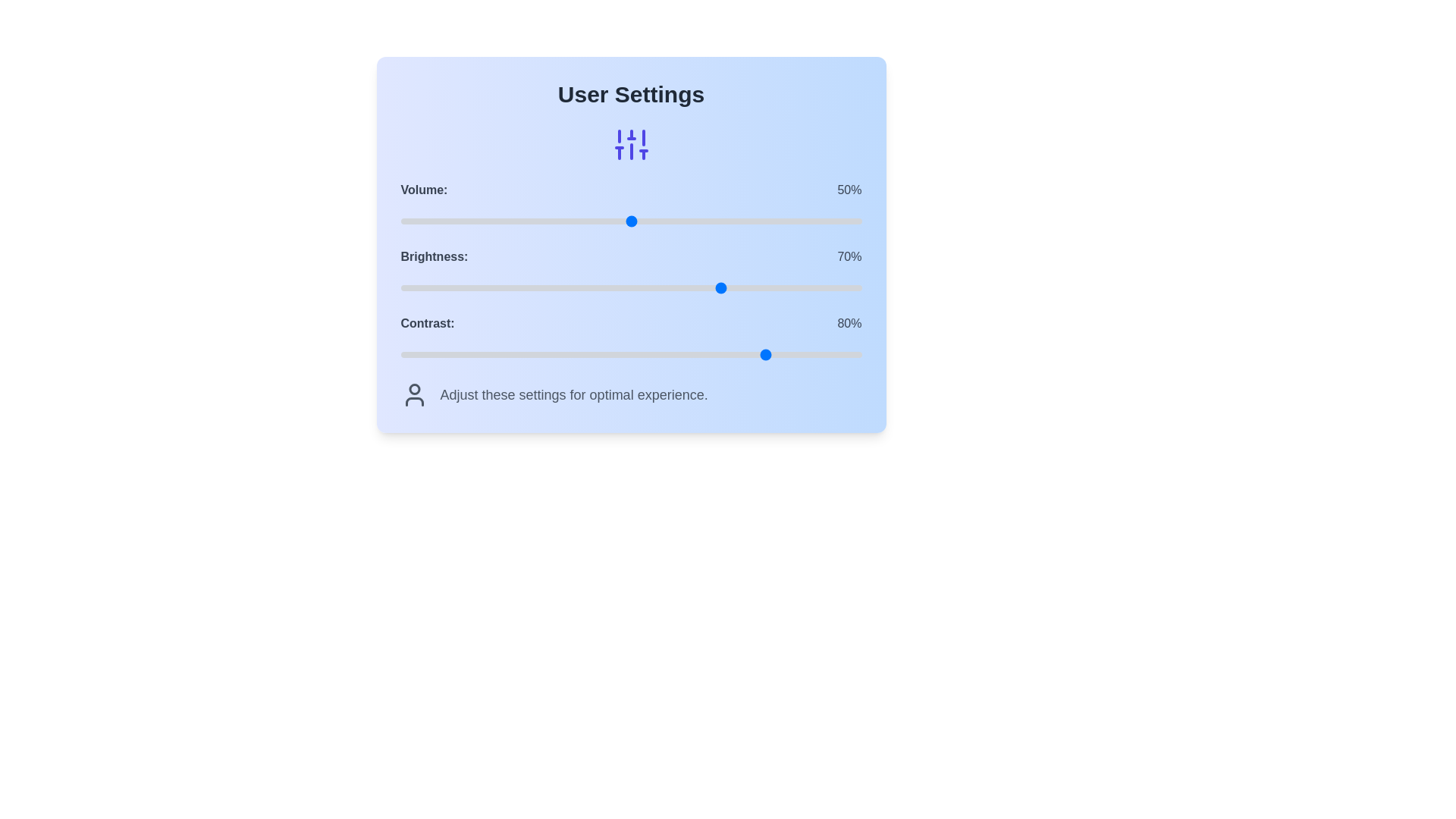  What do you see at coordinates (764, 288) in the screenshot?
I see `the brightness level` at bounding box center [764, 288].